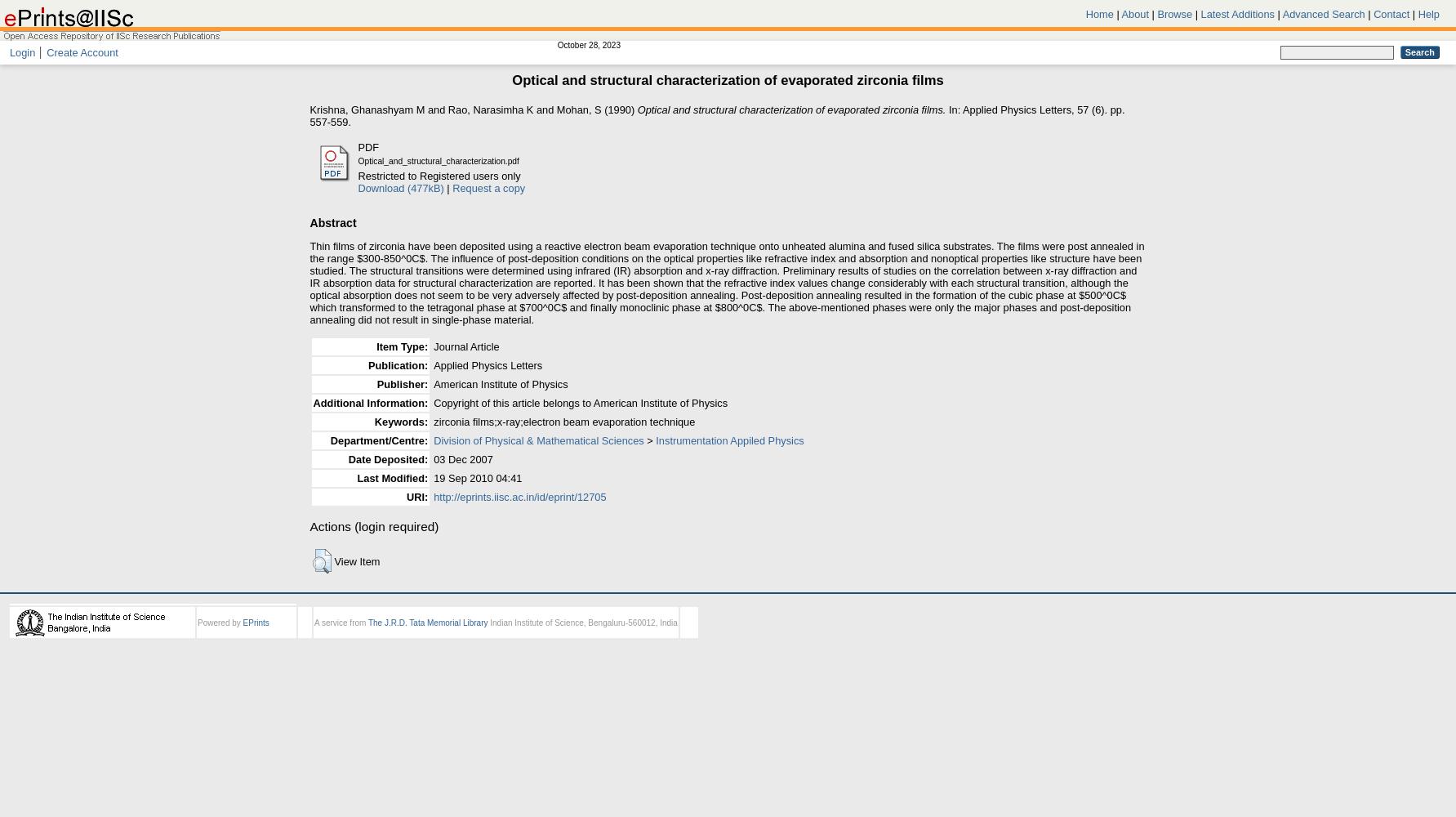 The image size is (1456, 817). I want to click on 'Request a copy', so click(451, 186).